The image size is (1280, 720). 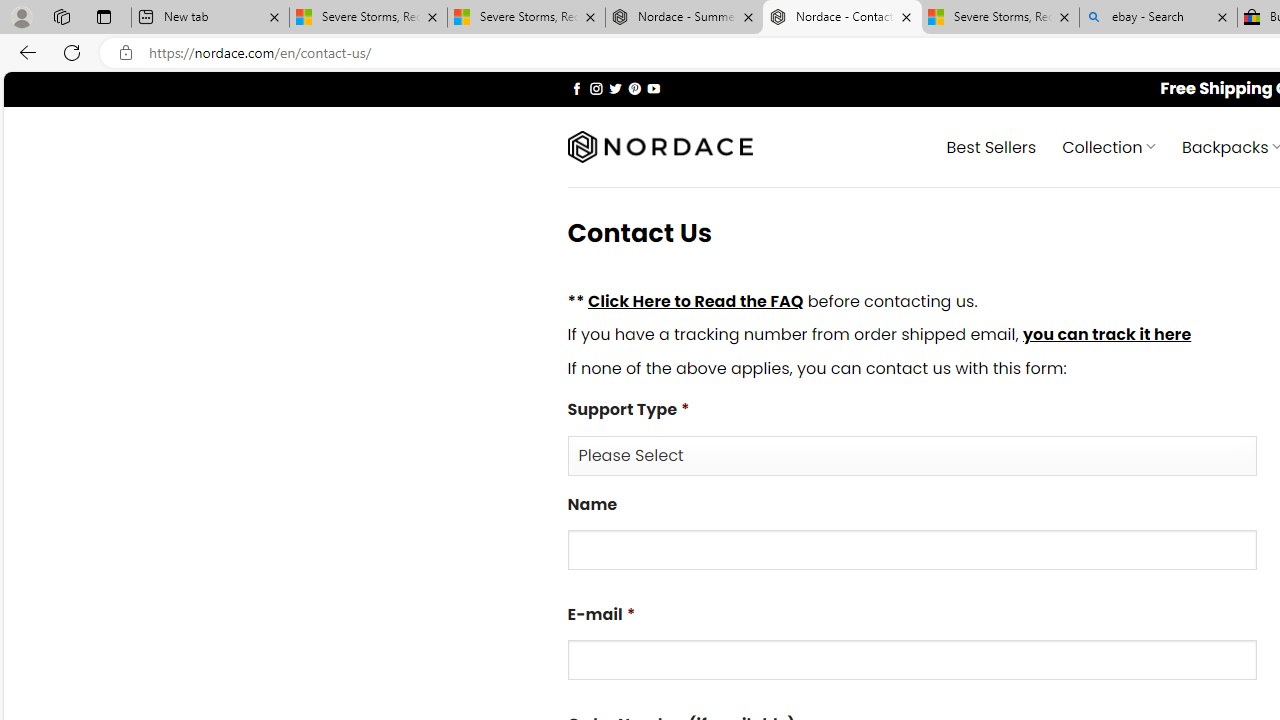 What do you see at coordinates (695, 300) in the screenshot?
I see `'Click Here to Read the FAQ'` at bounding box center [695, 300].